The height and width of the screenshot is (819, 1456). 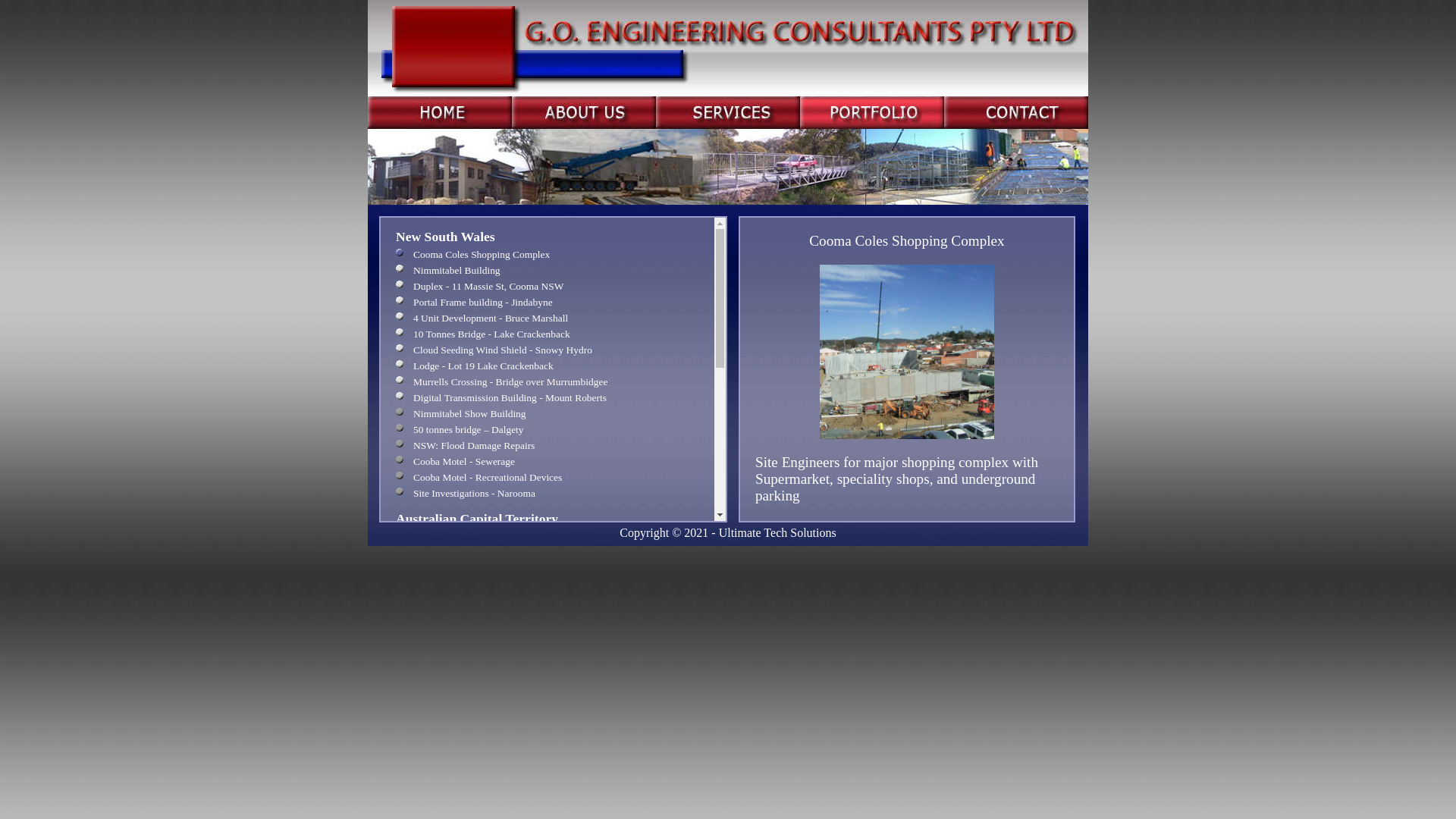 I want to click on 'Cooba Motel - Sewerage', so click(x=396, y=461).